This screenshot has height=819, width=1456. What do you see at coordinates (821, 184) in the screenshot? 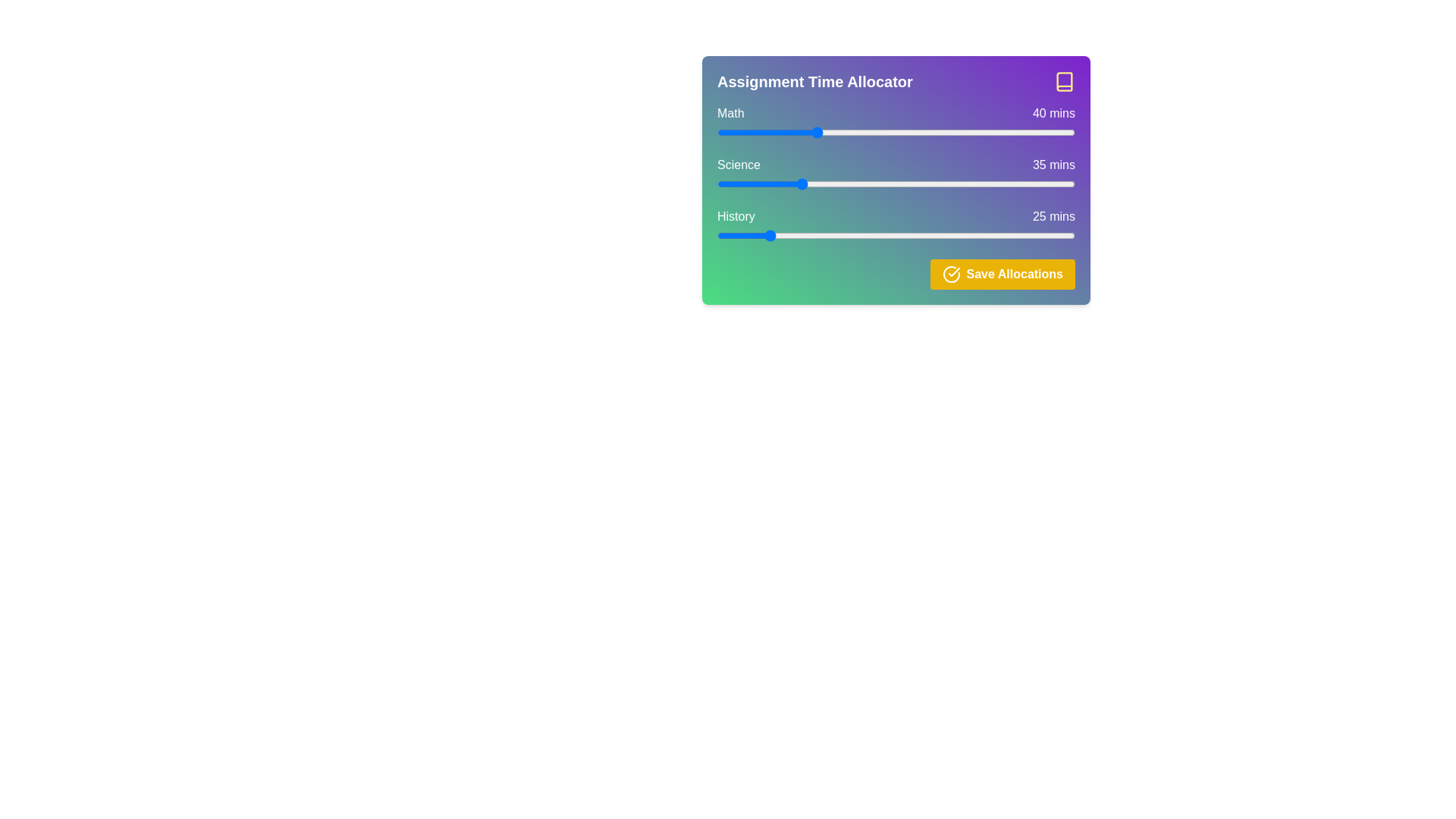
I see `time allocation for Science` at bounding box center [821, 184].